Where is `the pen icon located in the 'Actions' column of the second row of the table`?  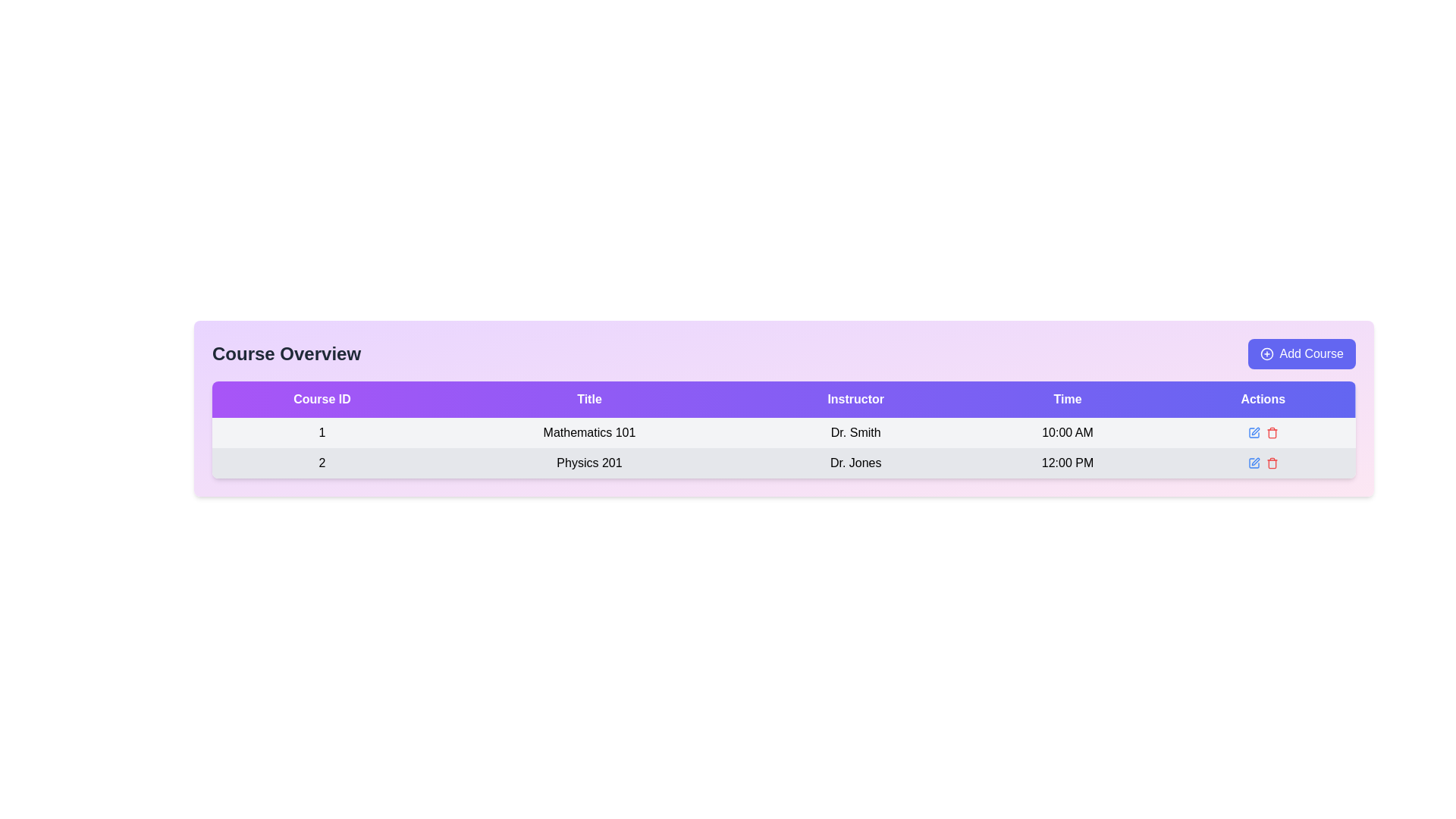 the pen icon located in the 'Actions' column of the second row of the table is located at coordinates (1255, 461).